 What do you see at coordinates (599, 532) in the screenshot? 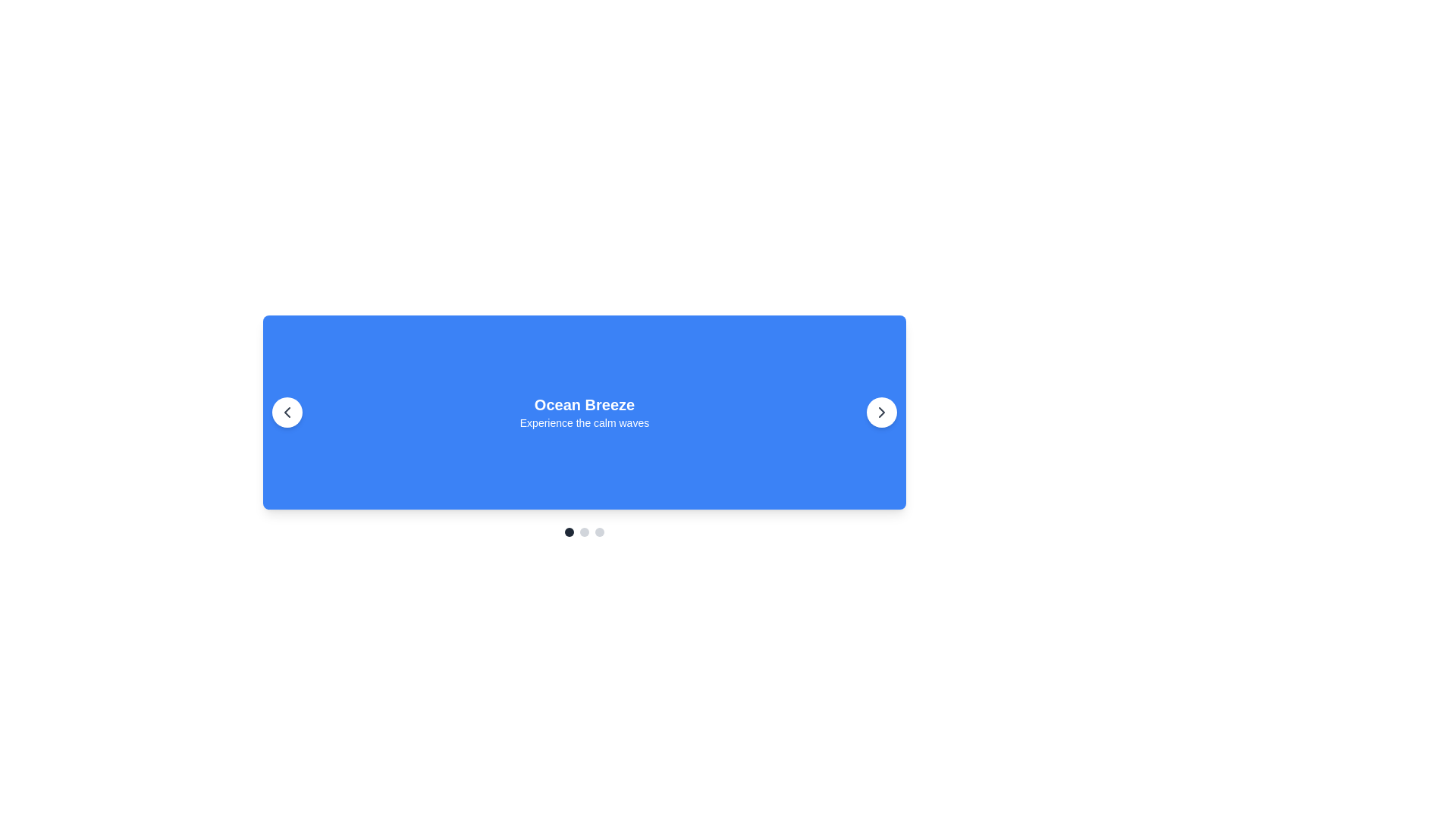
I see `the third Indicator Dot, which is a small light gray circular dot located beneath the blue banner` at bounding box center [599, 532].